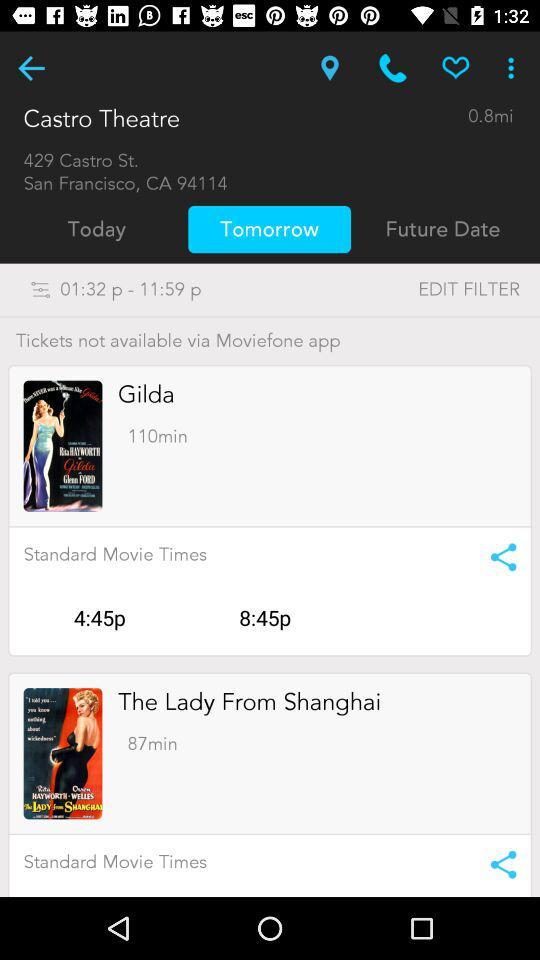 The image size is (540, 960). I want to click on the lady from item, so click(249, 702).